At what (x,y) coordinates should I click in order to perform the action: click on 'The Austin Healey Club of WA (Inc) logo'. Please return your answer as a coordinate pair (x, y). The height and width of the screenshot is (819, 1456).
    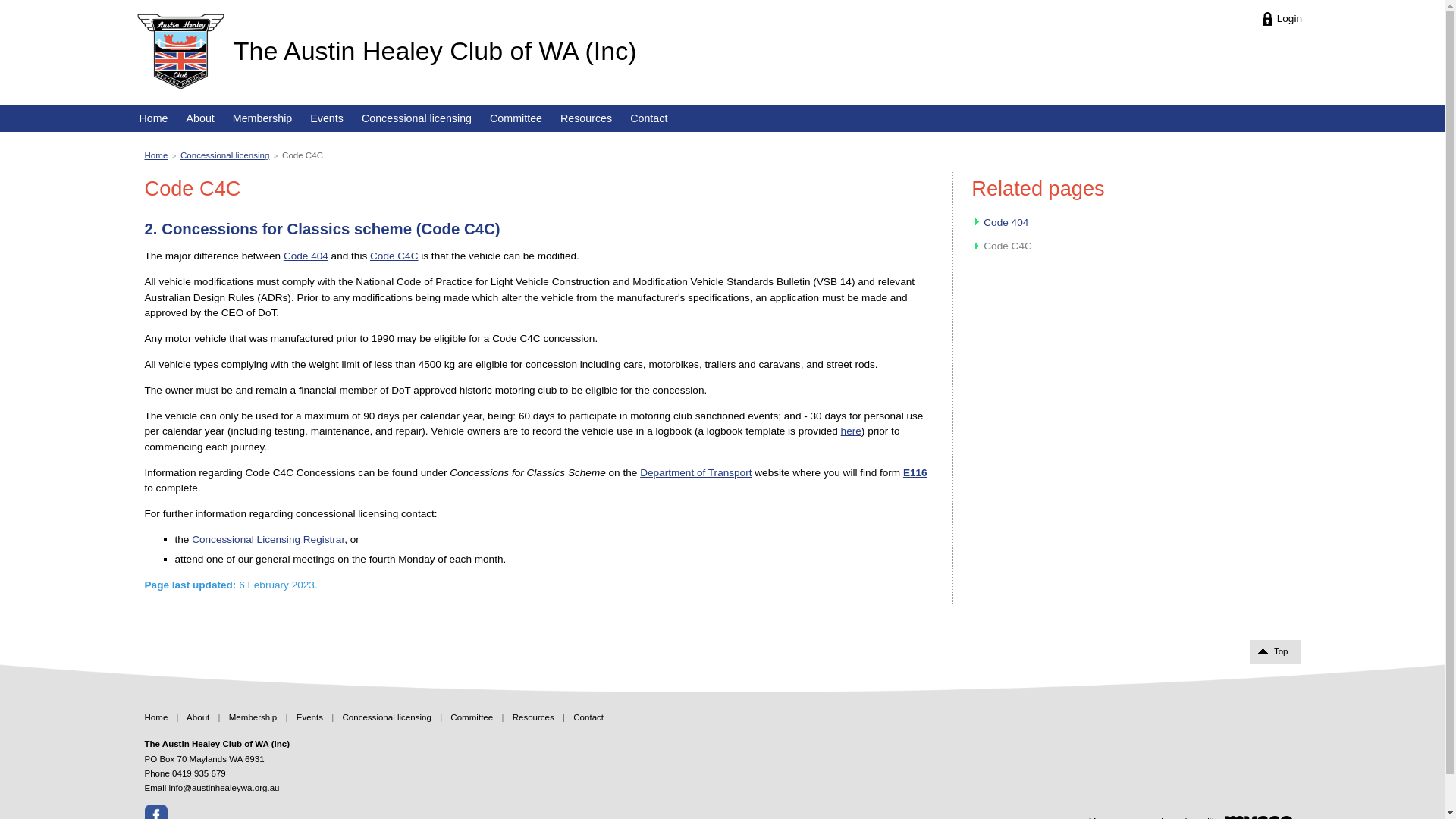
    Looking at the image, I should click on (180, 51).